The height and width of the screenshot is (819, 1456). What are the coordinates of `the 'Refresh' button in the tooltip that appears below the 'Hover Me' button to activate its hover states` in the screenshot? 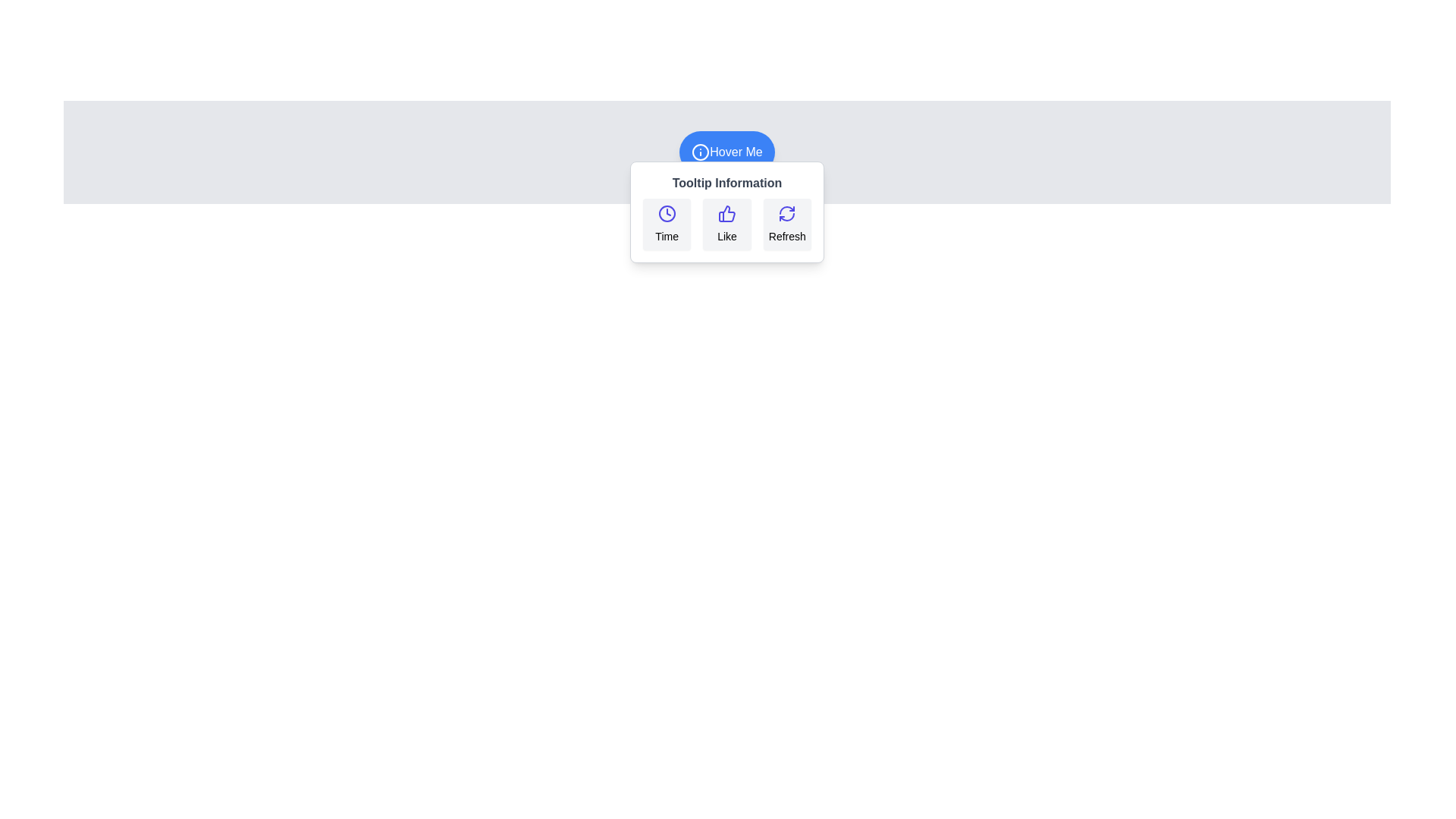 It's located at (787, 224).